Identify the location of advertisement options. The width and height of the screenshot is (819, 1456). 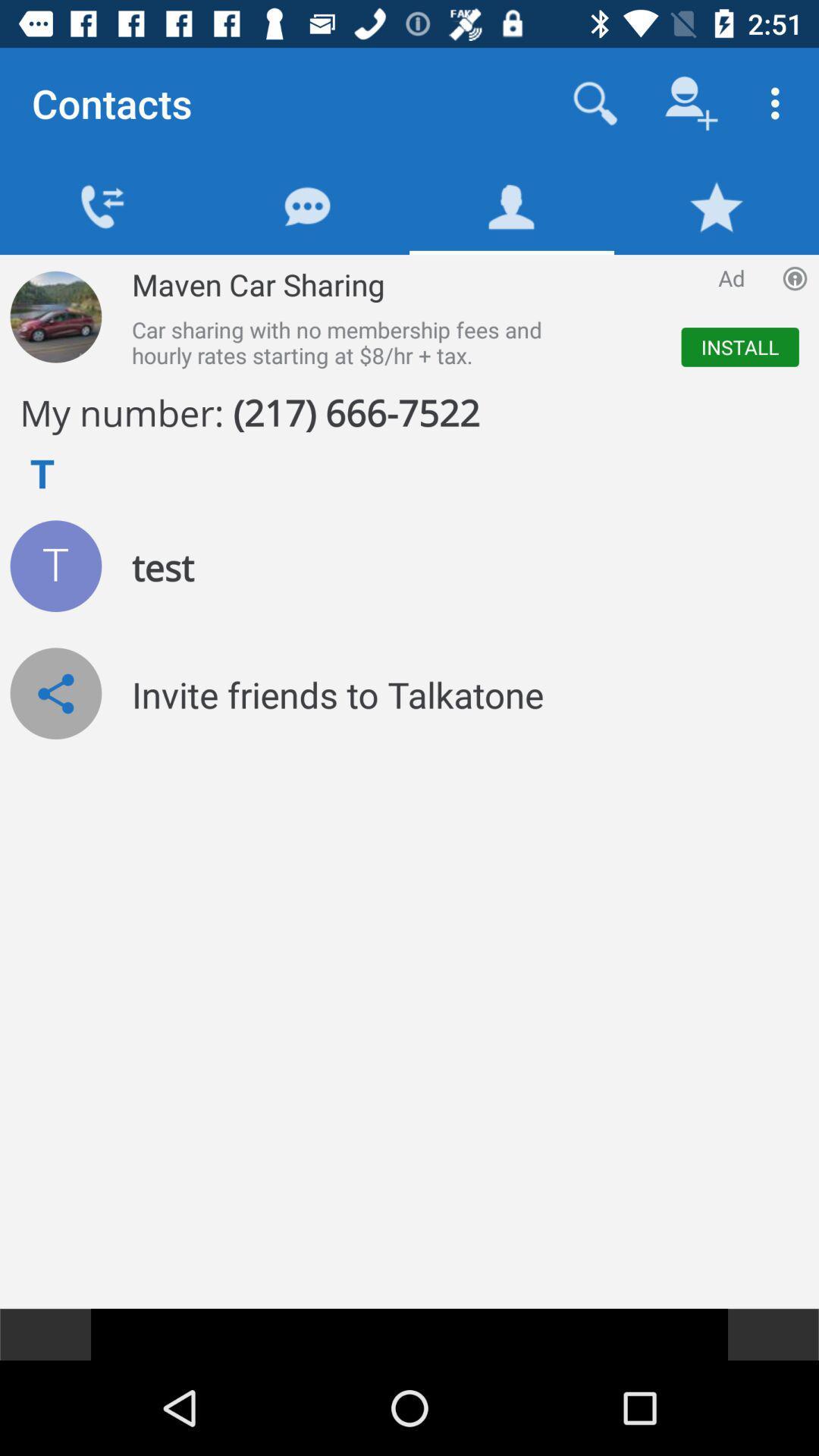
(794, 278).